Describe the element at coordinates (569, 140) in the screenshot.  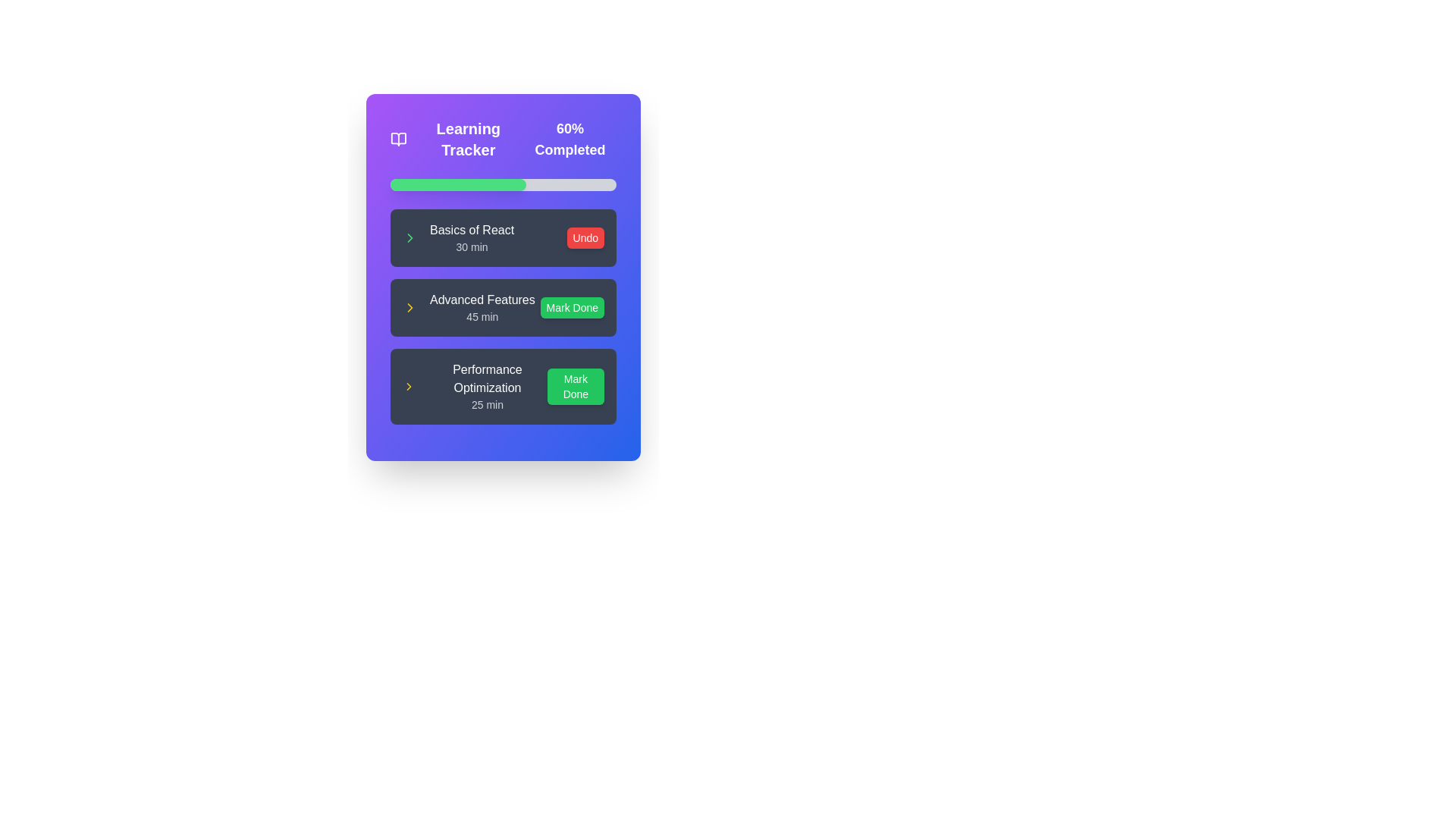
I see `the progress percentage Text Label that displays task completion, located to the right of the 'Learning Tracker' label` at that location.